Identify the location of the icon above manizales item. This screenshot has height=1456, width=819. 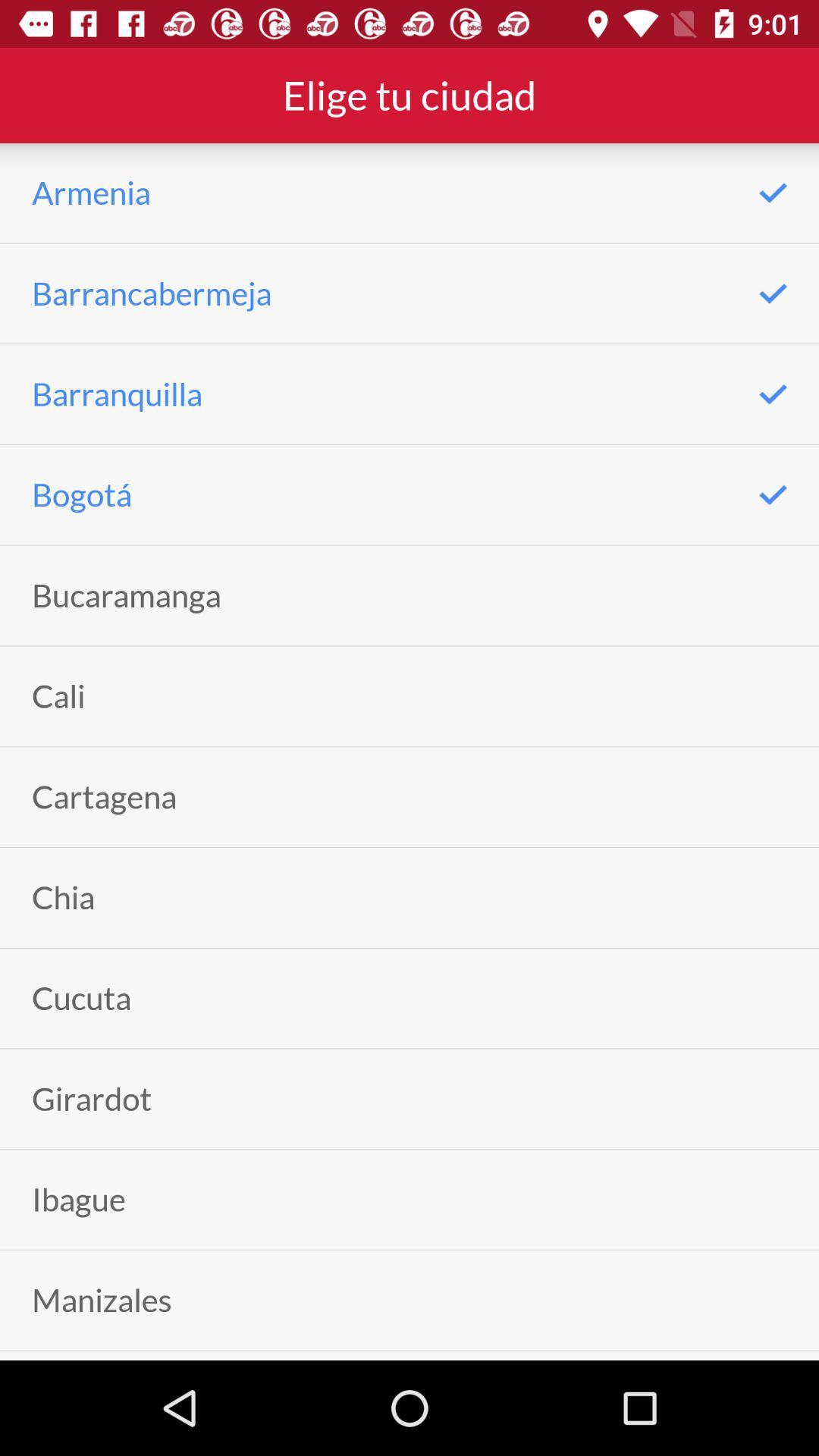
(78, 1199).